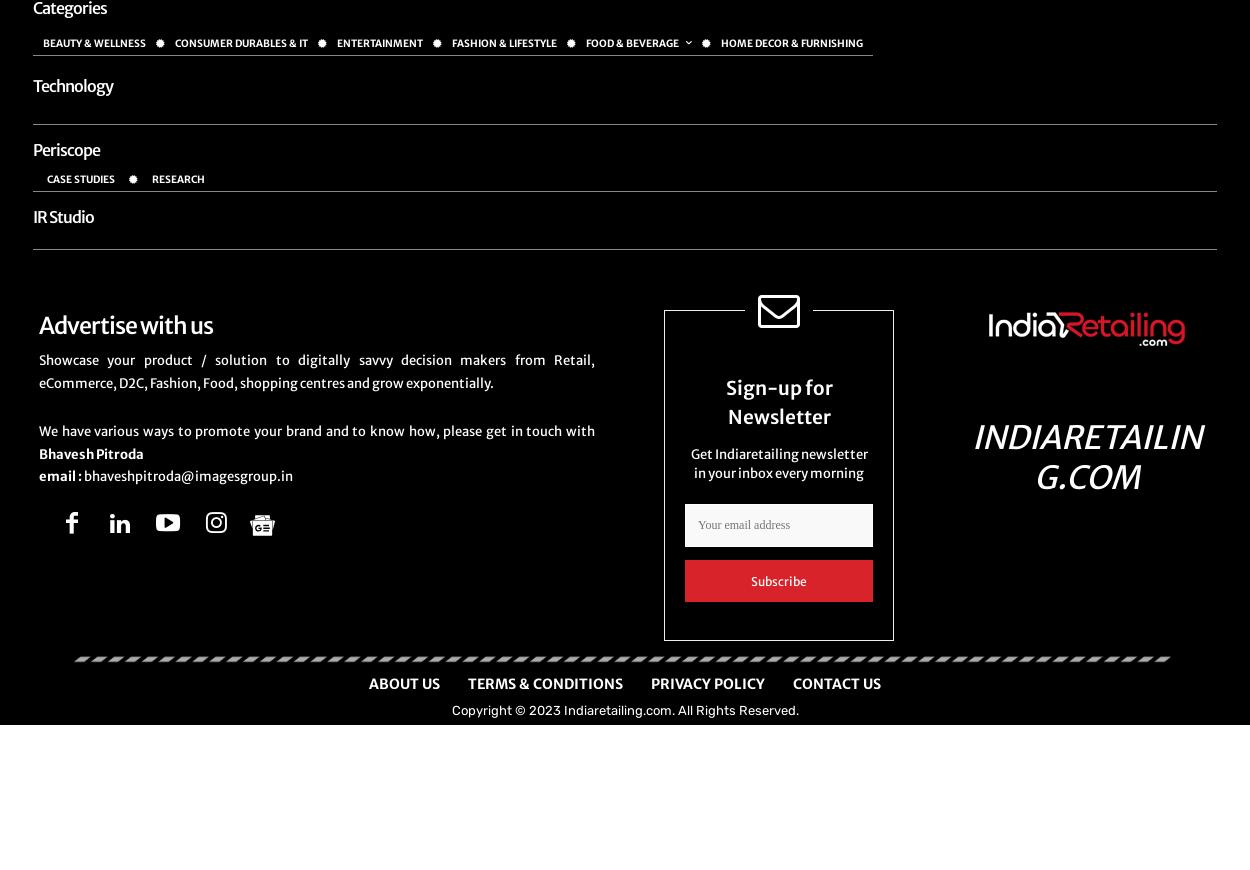 This screenshot has height=870, width=1250. What do you see at coordinates (380, 42) in the screenshot?
I see `'Entertainment'` at bounding box center [380, 42].